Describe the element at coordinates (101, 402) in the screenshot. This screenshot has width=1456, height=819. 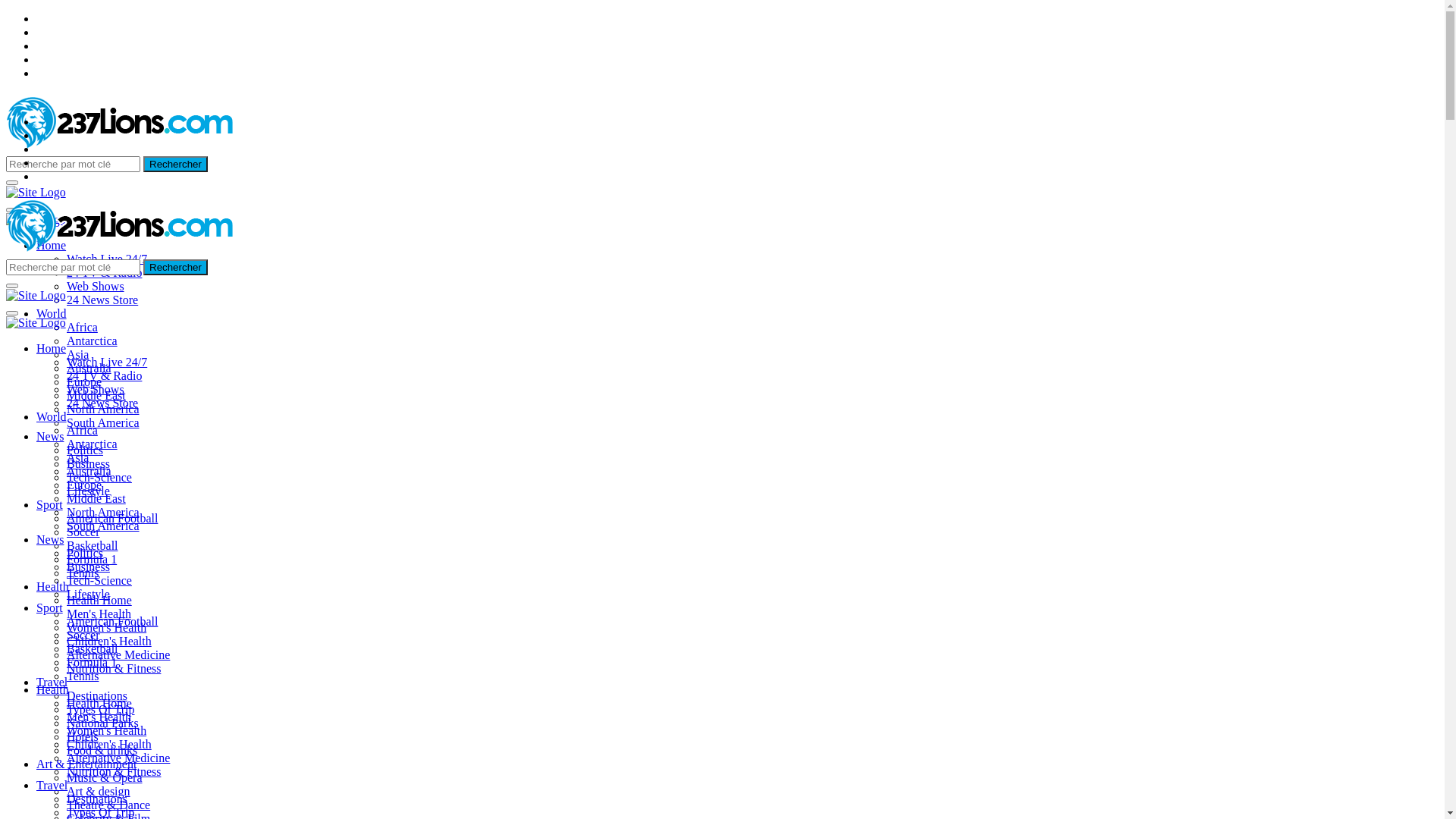
I see `'24 News Store'` at that location.